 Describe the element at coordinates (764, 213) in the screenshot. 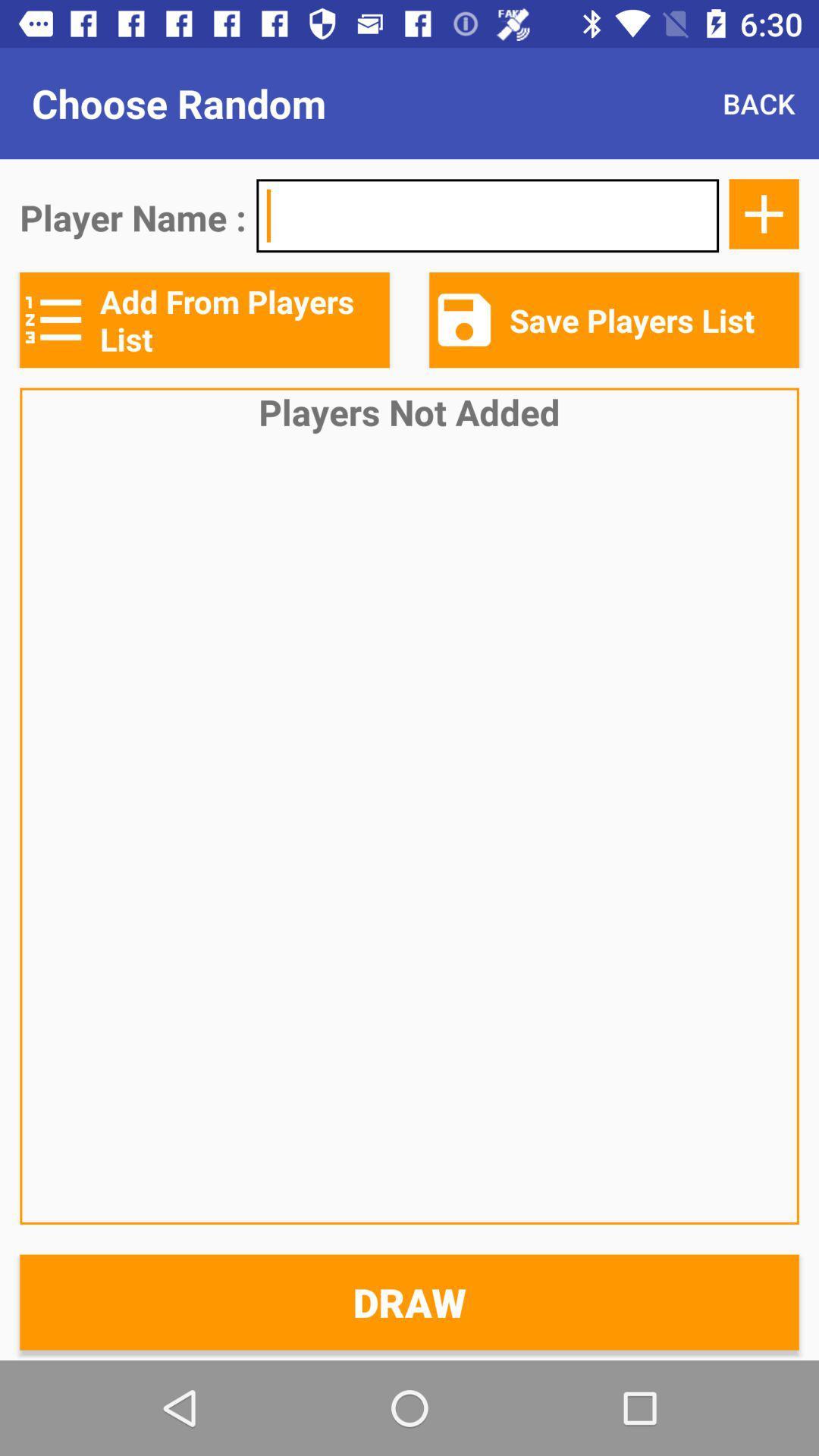

I see `increase` at that location.